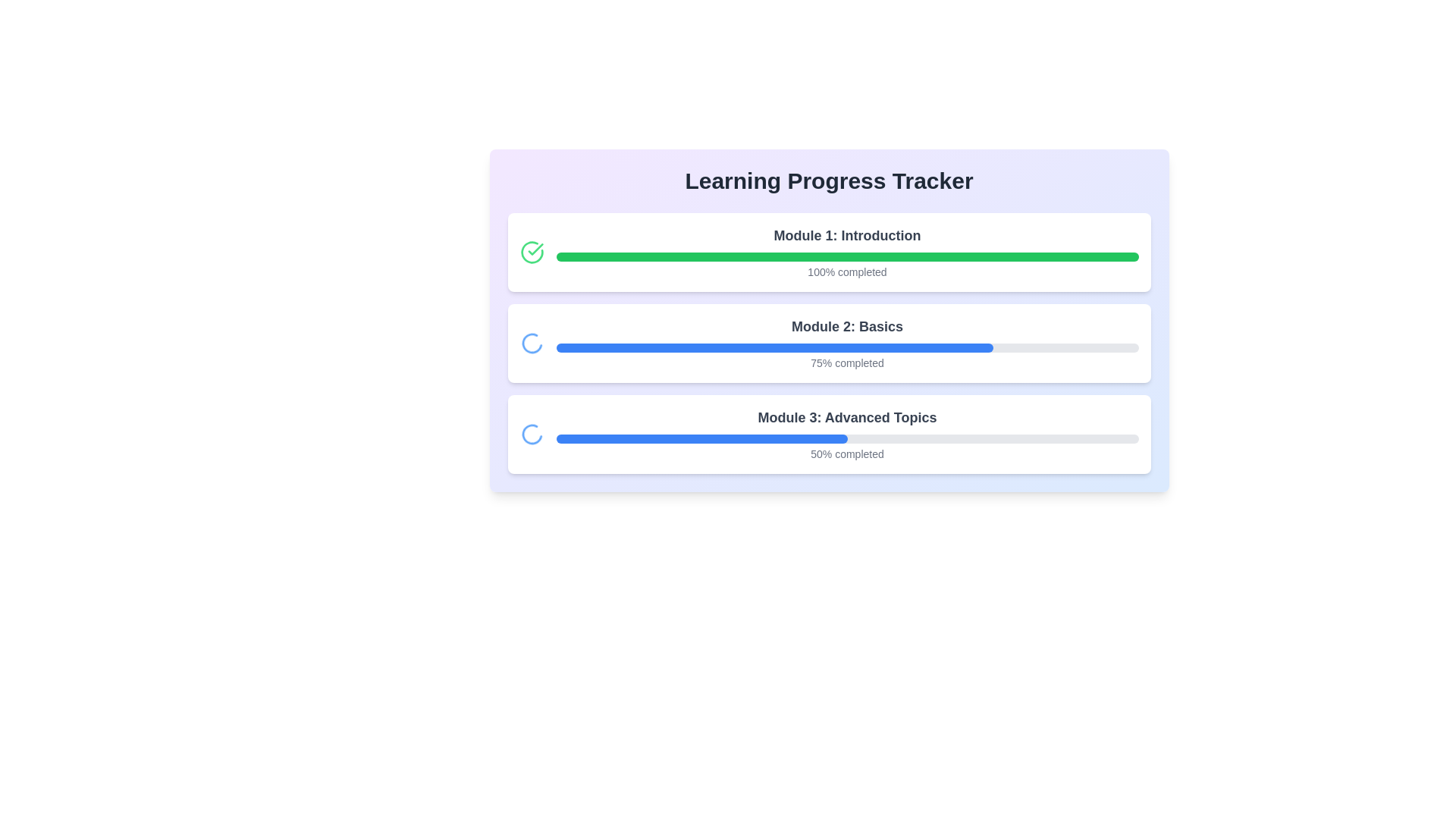 The height and width of the screenshot is (819, 1456). I want to click on the green checkmark icon within the first progress module, which symbolizes completion and is located to the left of the green progress bar, so click(535, 248).